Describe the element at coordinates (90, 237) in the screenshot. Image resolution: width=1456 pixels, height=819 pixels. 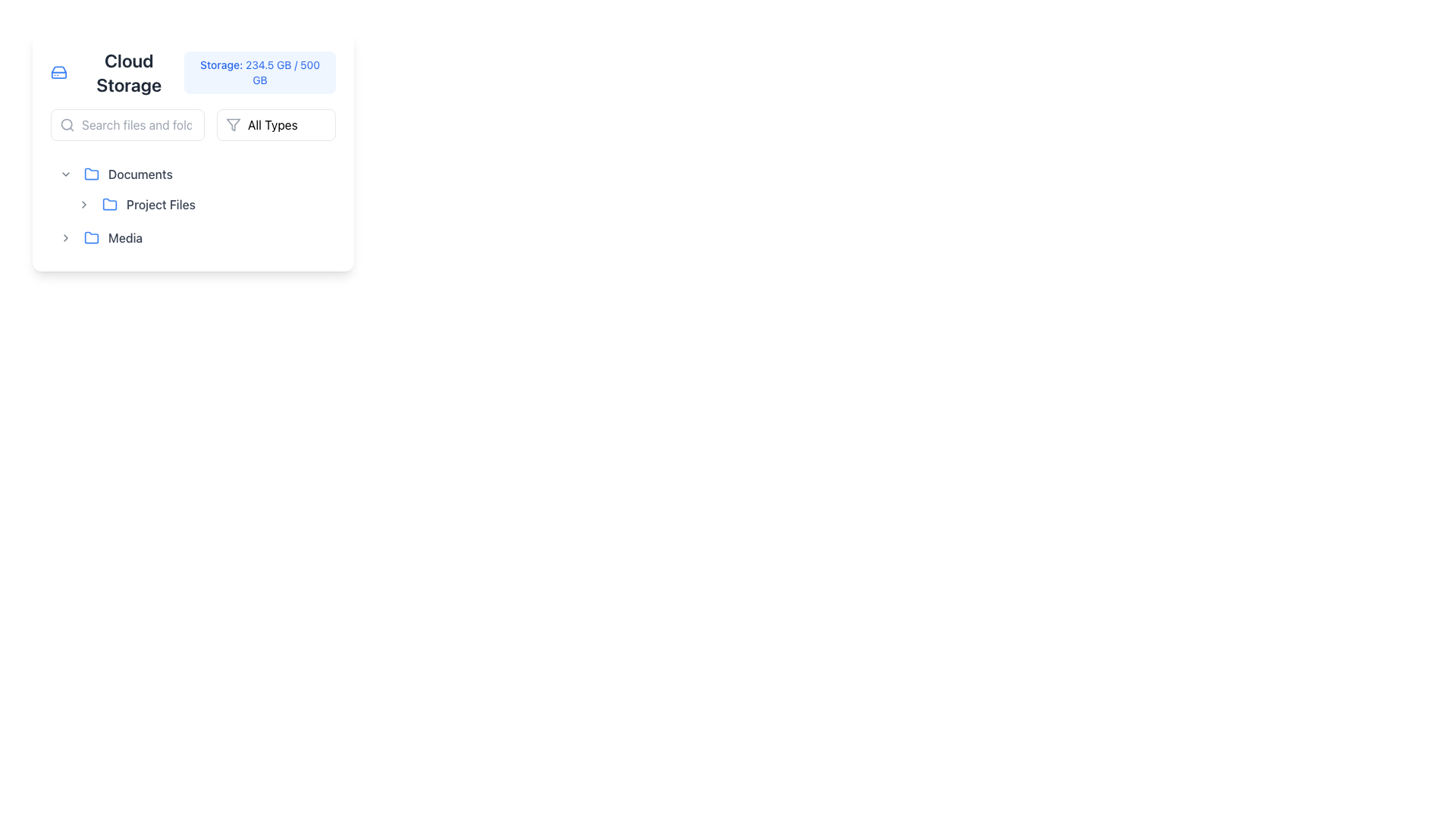
I see `the blue folder icon located to the left of the 'Media' text` at that location.